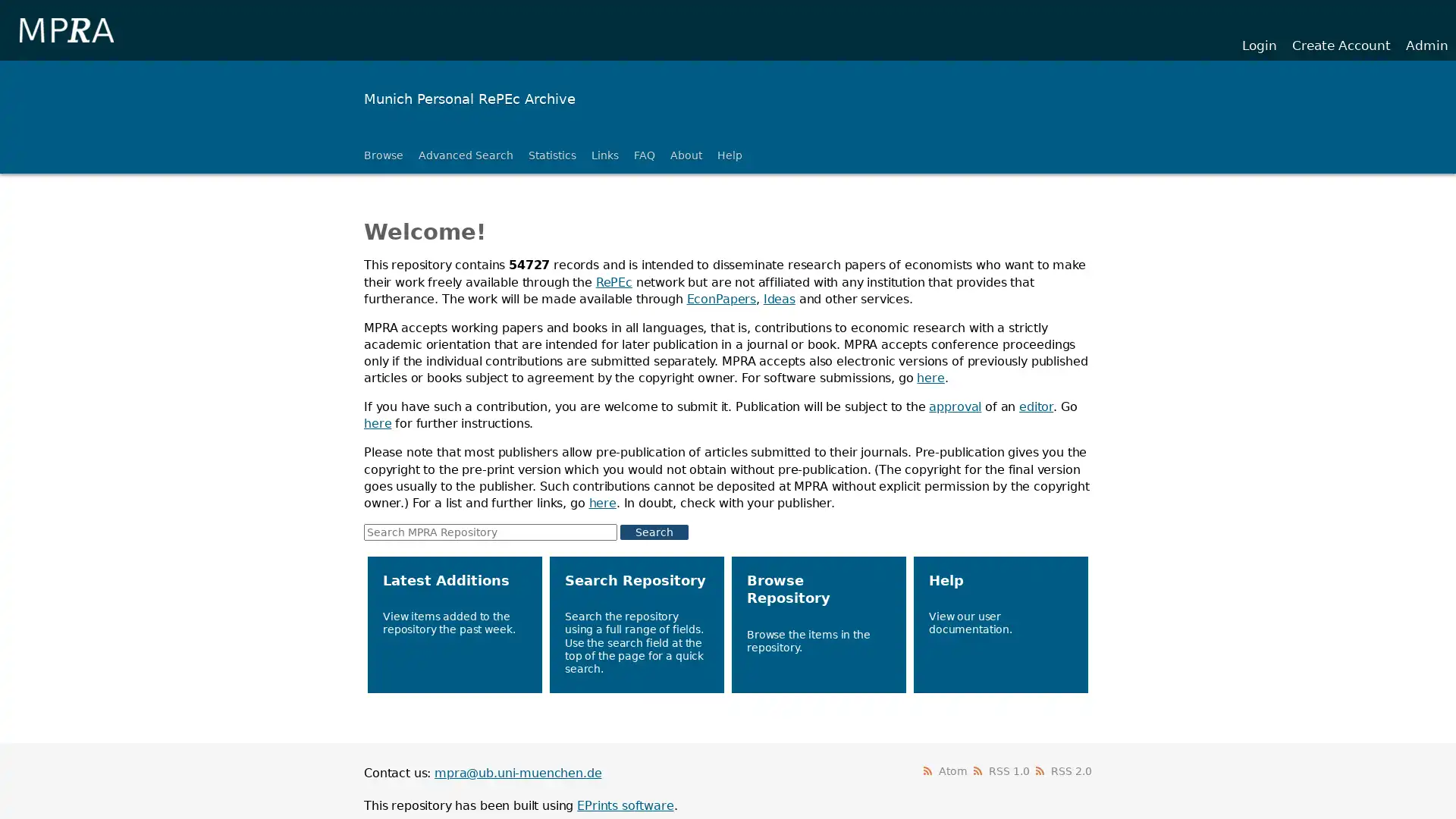  Describe the element at coordinates (654, 531) in the screenshot. I see `Search` at that location.